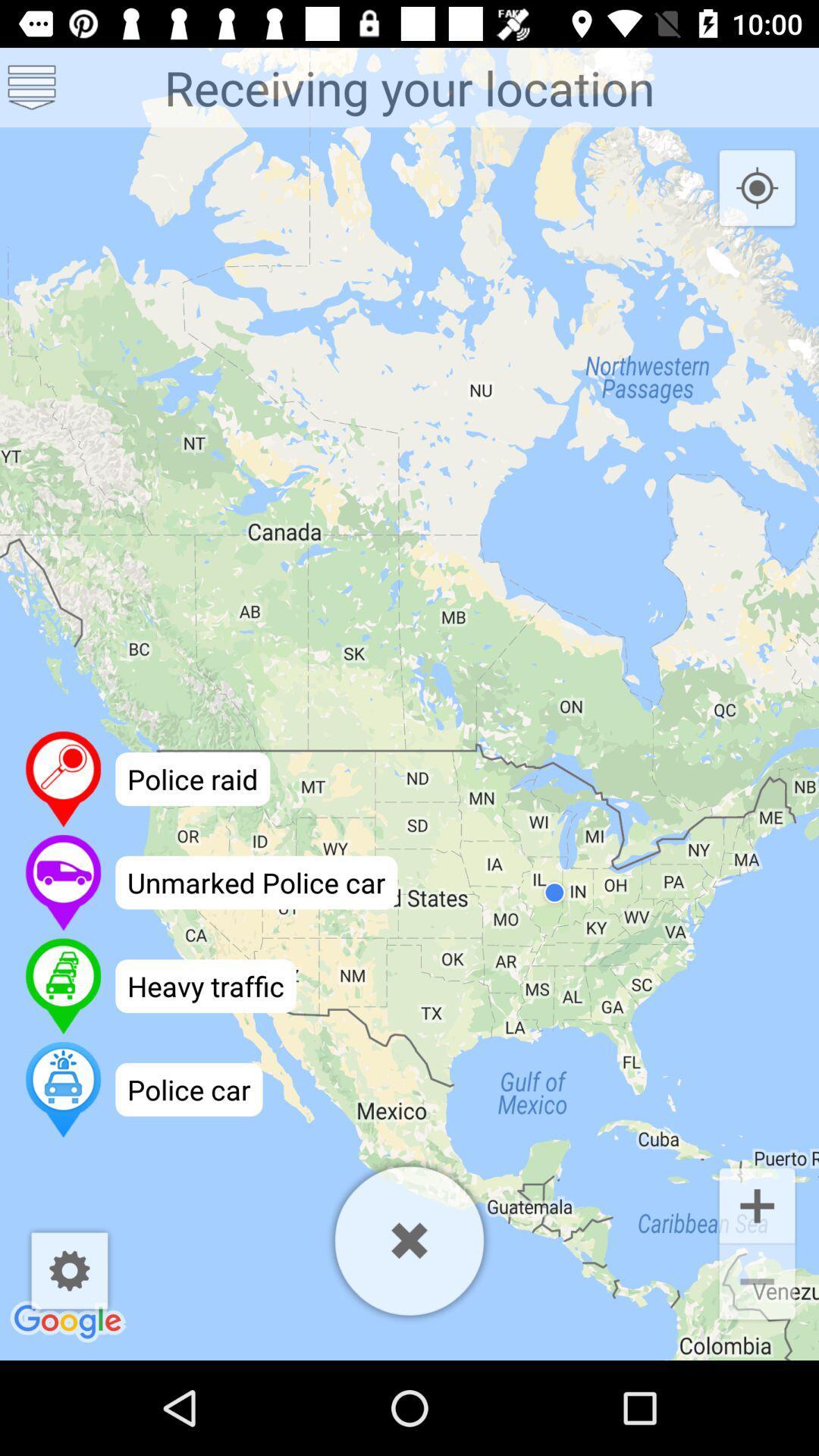 Image resolution: width=819 pixels, height=1456 pixels. I want to click on open menu, so click(32, 86).